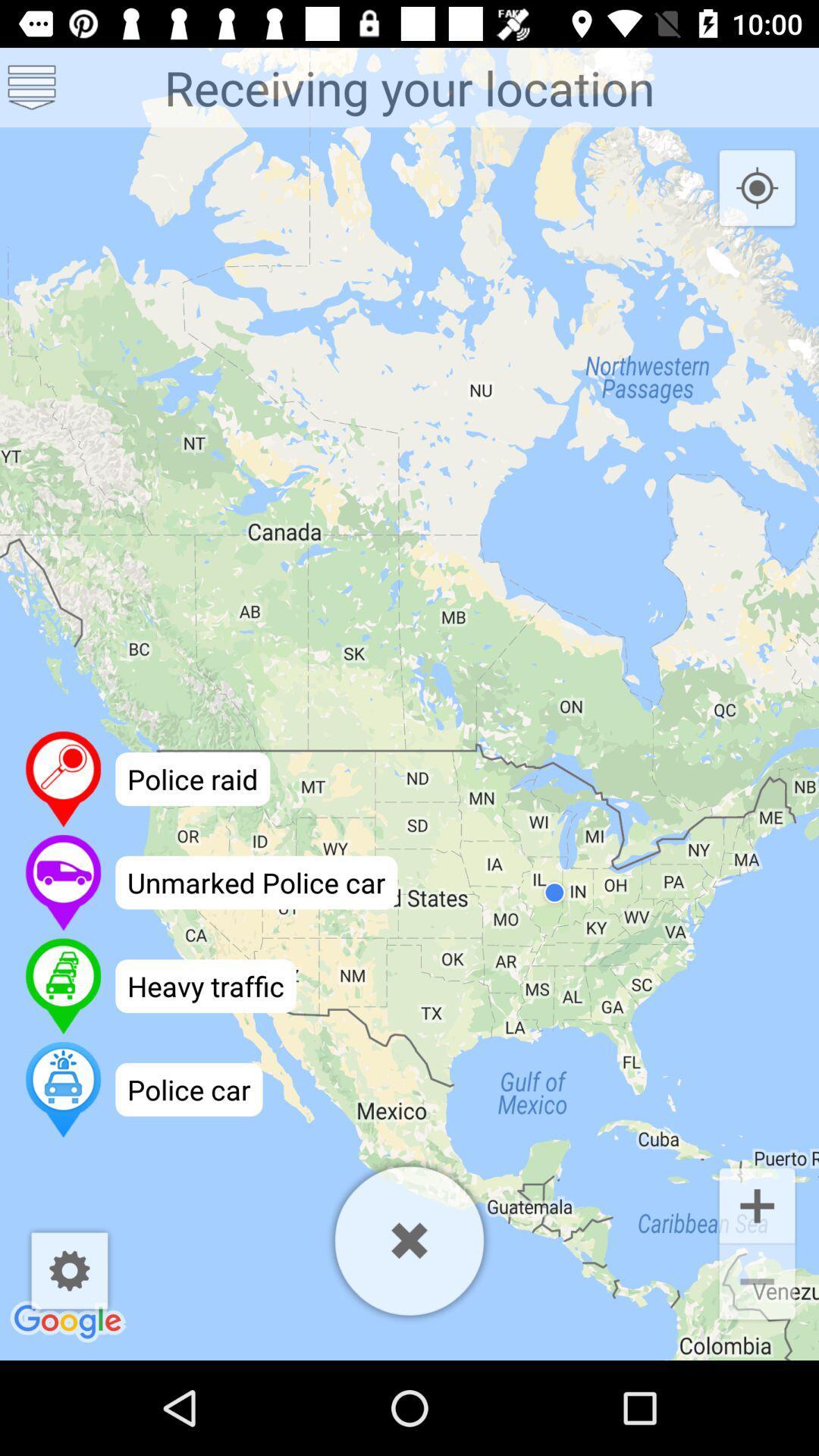 Image resolution: width=819 pixels, height=1456 pixels. I want to click on open menu, so click(32, 86).